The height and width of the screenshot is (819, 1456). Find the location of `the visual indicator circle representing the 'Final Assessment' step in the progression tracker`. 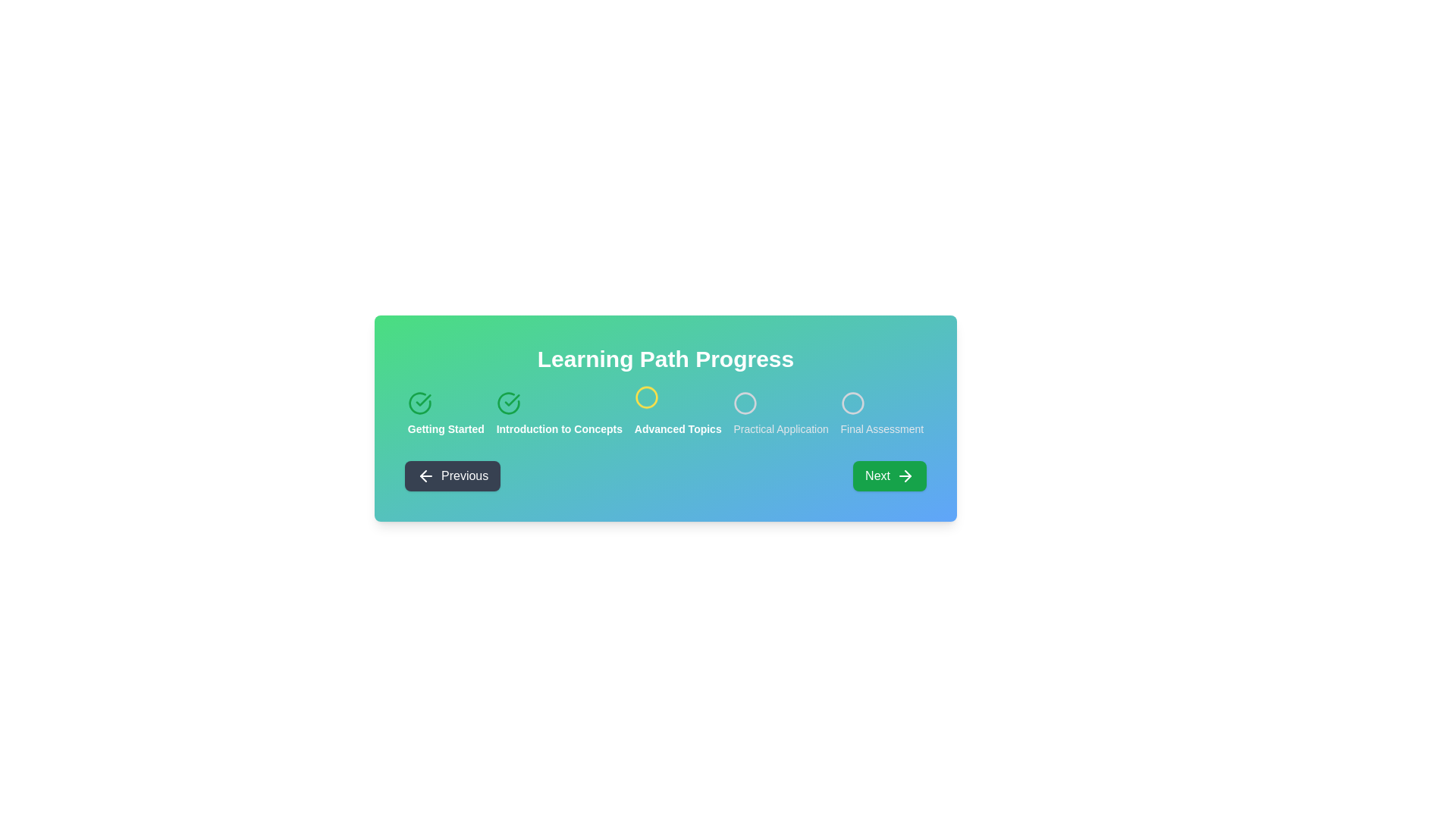

the visual indicator circle representing the 'Final Assessment' step in the progression tracker is located at coordinates (852, 403).